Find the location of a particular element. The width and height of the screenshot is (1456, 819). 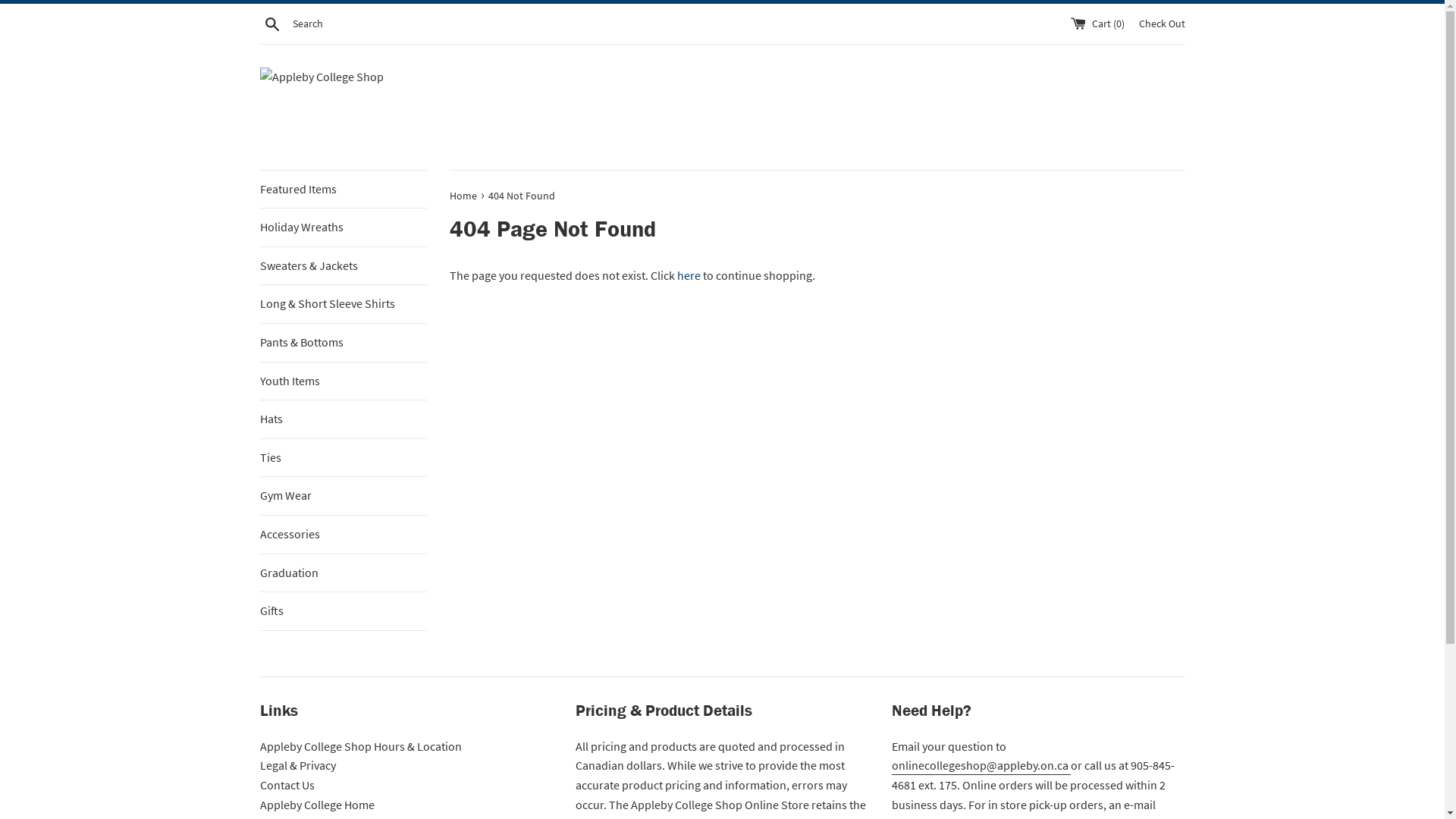

'Ties' is located at coordinates (341, 457).